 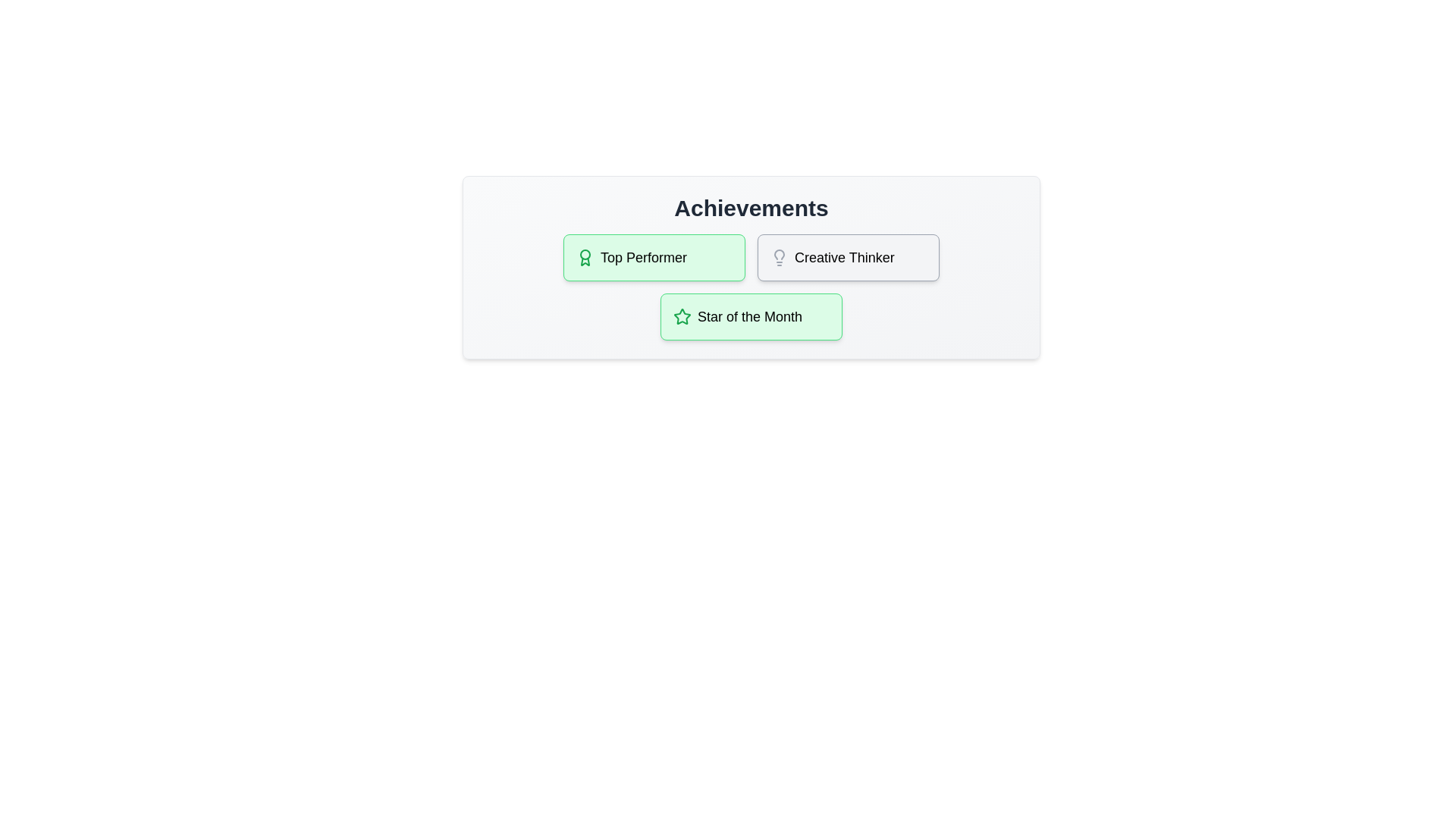 What do you see at coordinates (654, 256) in the screenshot?
I see `the achievement titled Top Performer to view its details` at bounding box center [654, 256].